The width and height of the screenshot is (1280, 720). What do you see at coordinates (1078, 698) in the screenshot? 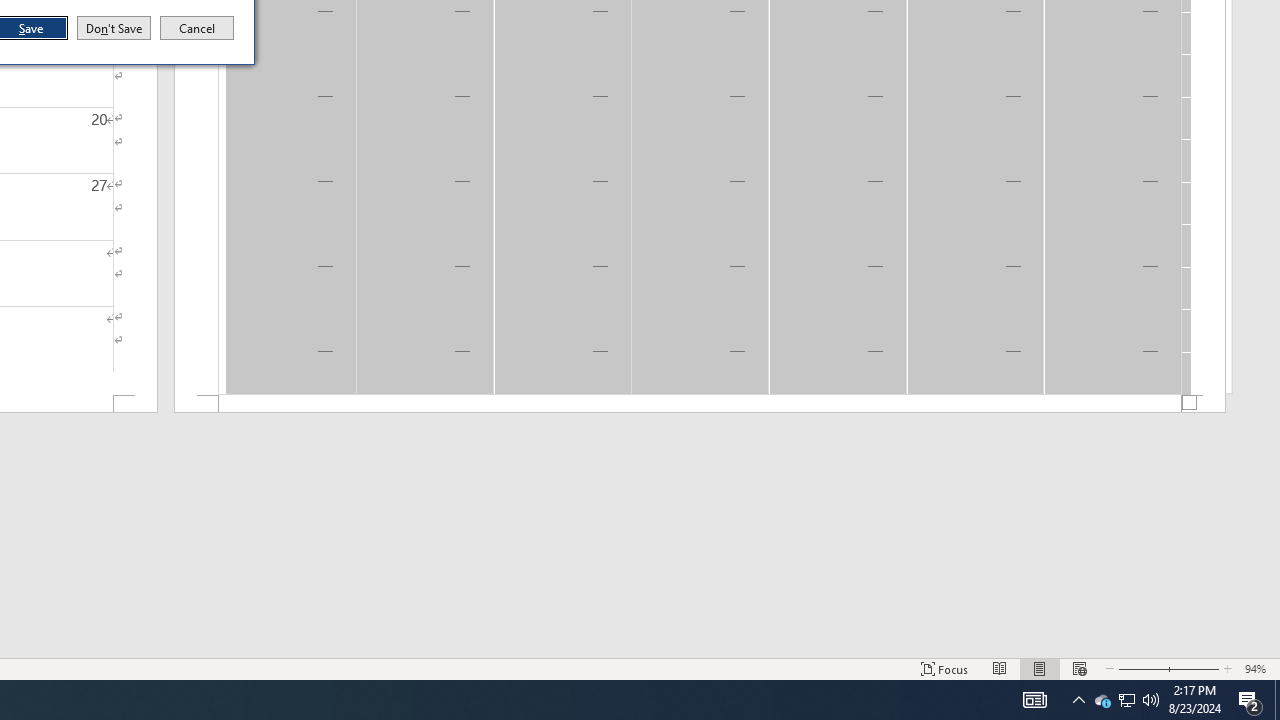
I see `'Notification Chevron'` at bounding box center [1078, 698].